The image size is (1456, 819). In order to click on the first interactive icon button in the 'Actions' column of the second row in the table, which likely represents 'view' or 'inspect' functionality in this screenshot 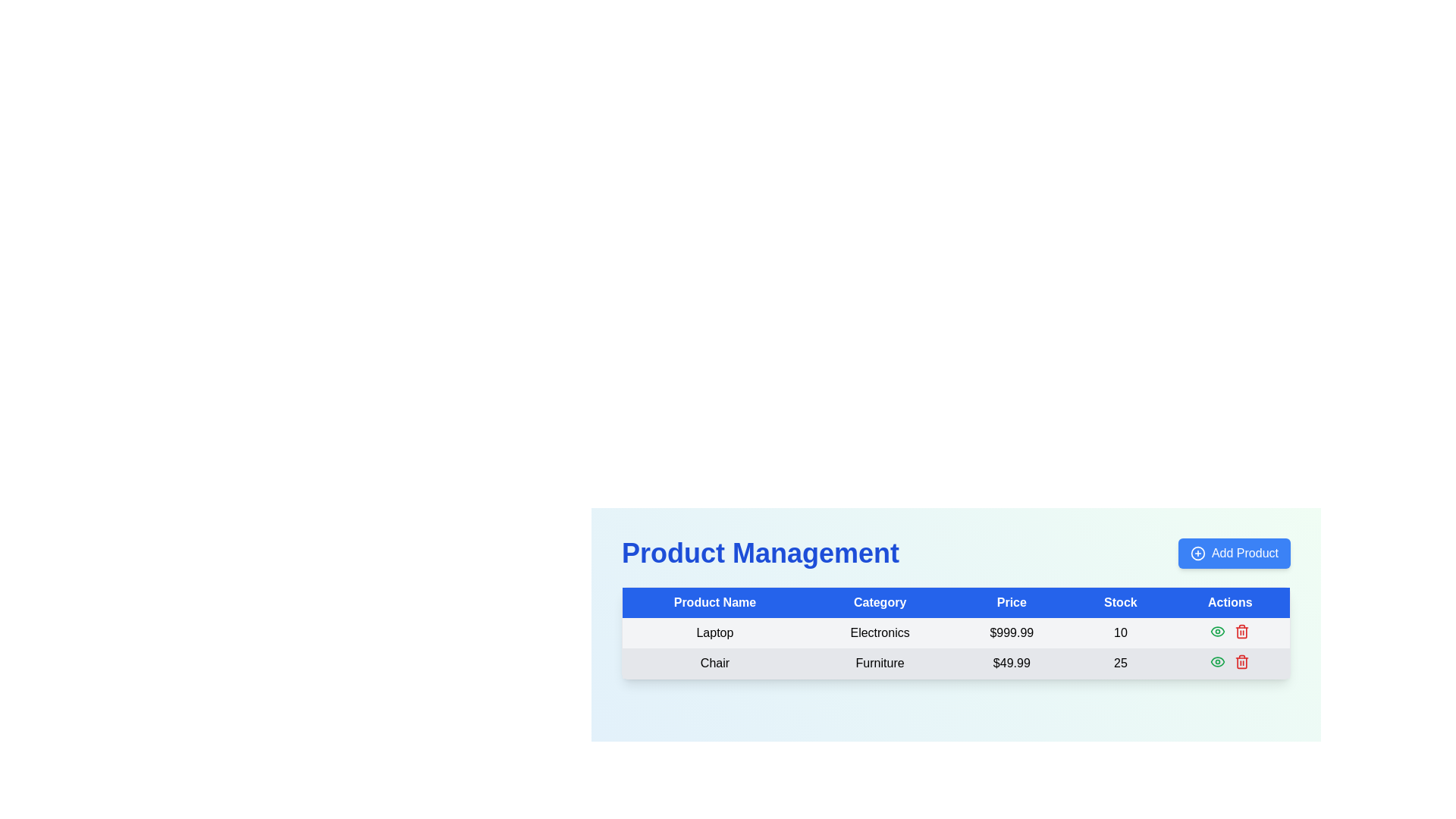, I will do `click(1218, 661)`.